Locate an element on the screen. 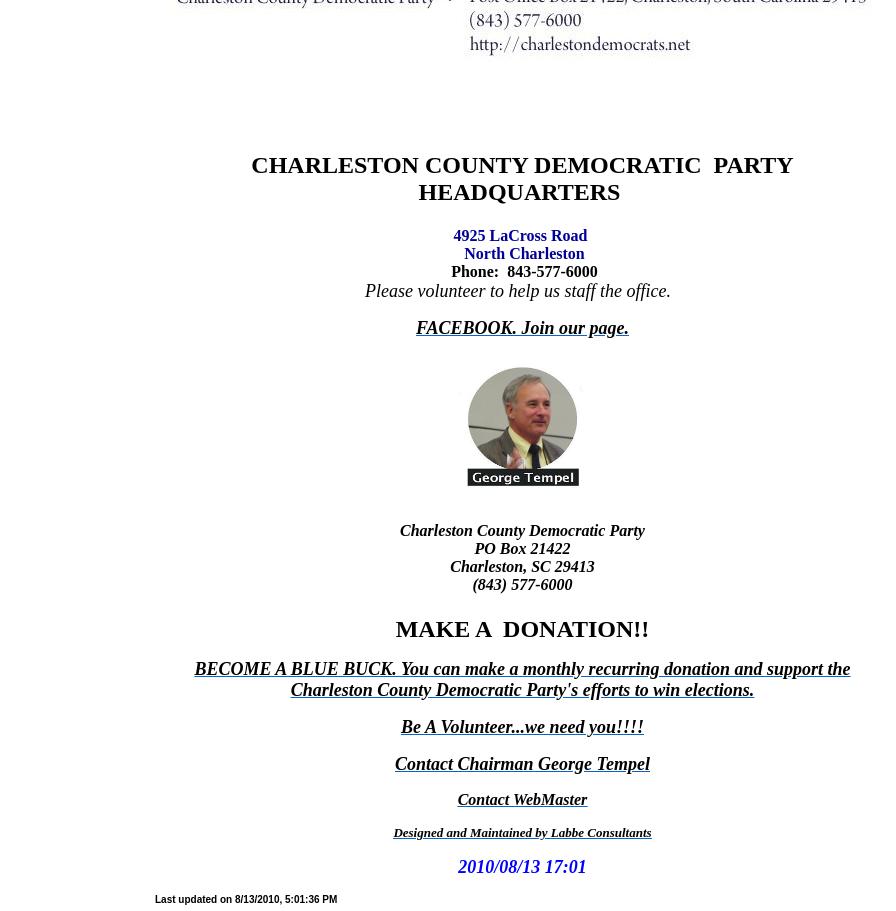 The width and height of the screenshot is (896, 911). 'Last updated on 8/13/2010, 5:01:36 PM' is located at coordinates (155, 898).